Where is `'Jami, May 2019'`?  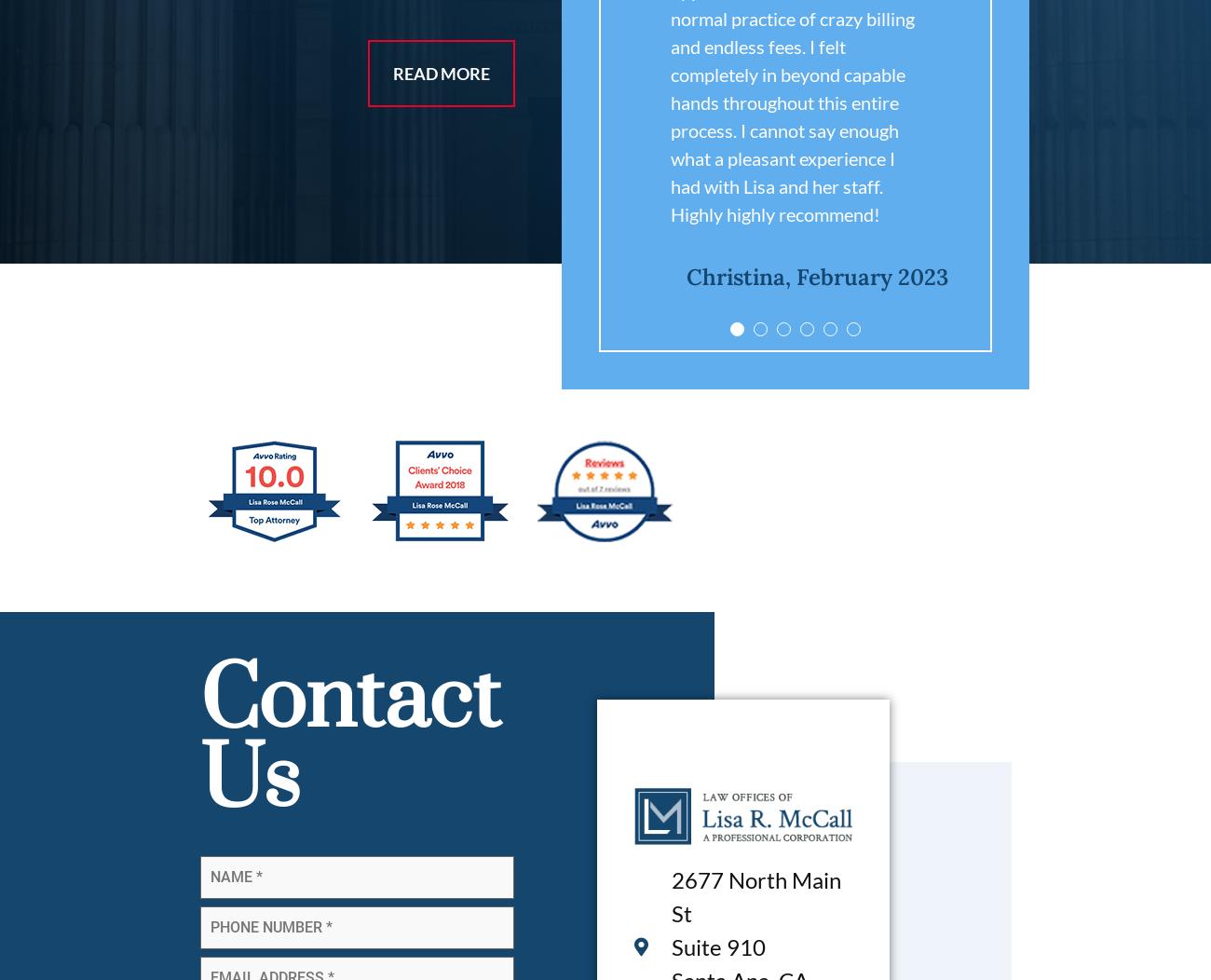
'Jami, May 2019' is located at coordinates (498, 304).